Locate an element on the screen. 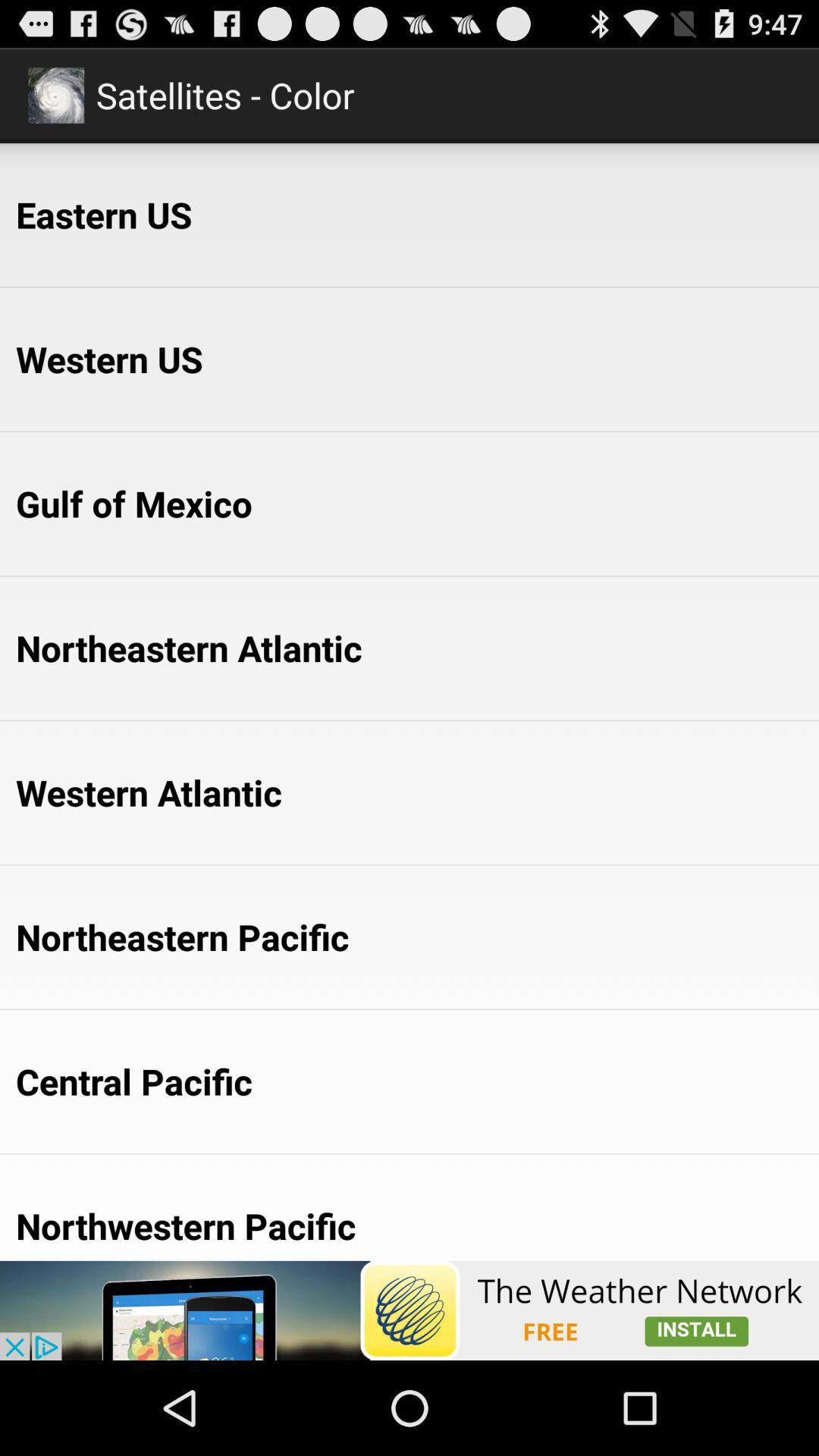  the app is located at coordinates (409, 1310).